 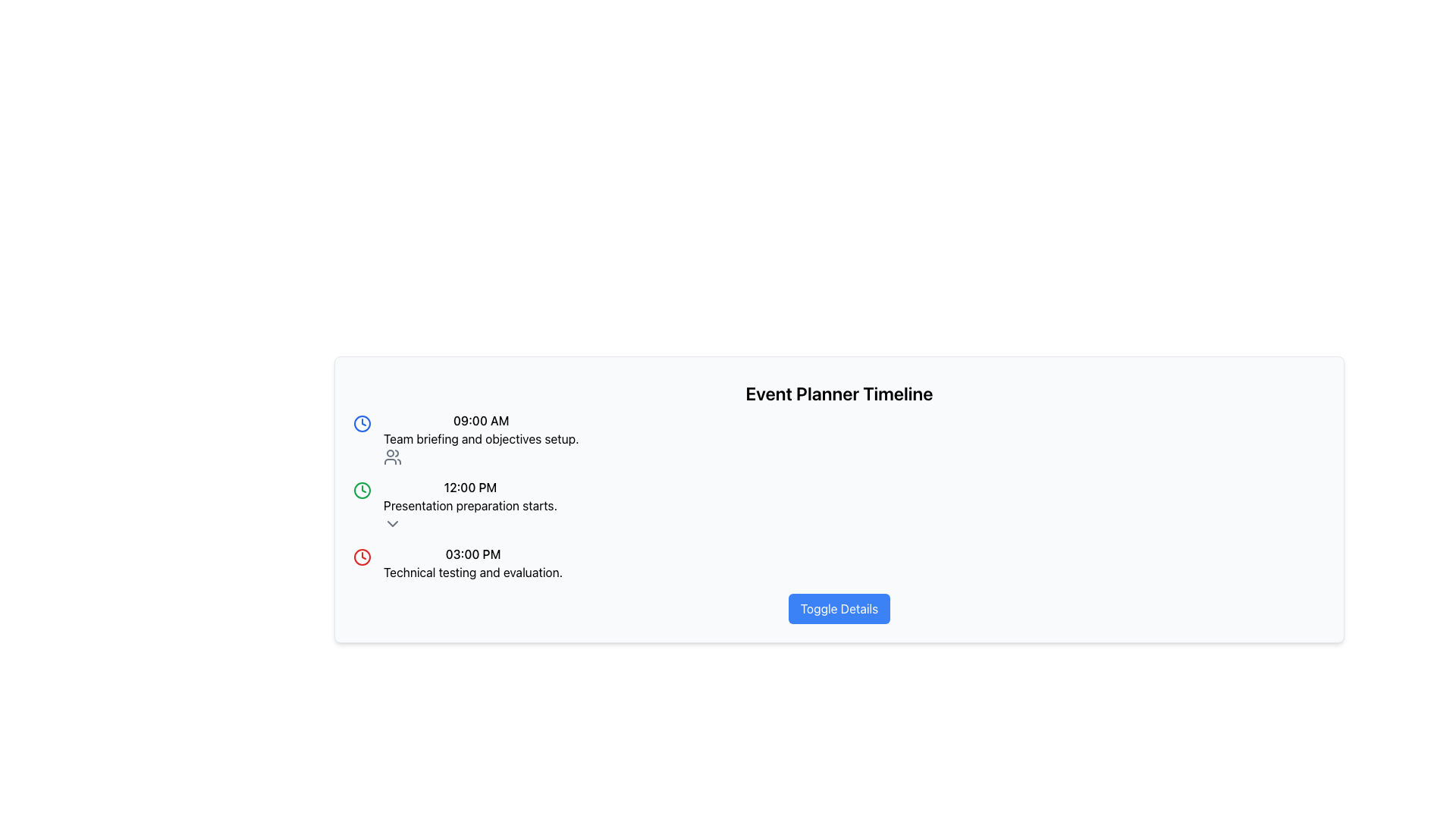 I want to click on the Decorative Icon (SVG) that visually indicates teamwork, located below 'Team briefing and objectives setup.', so click(x=393, y=456).